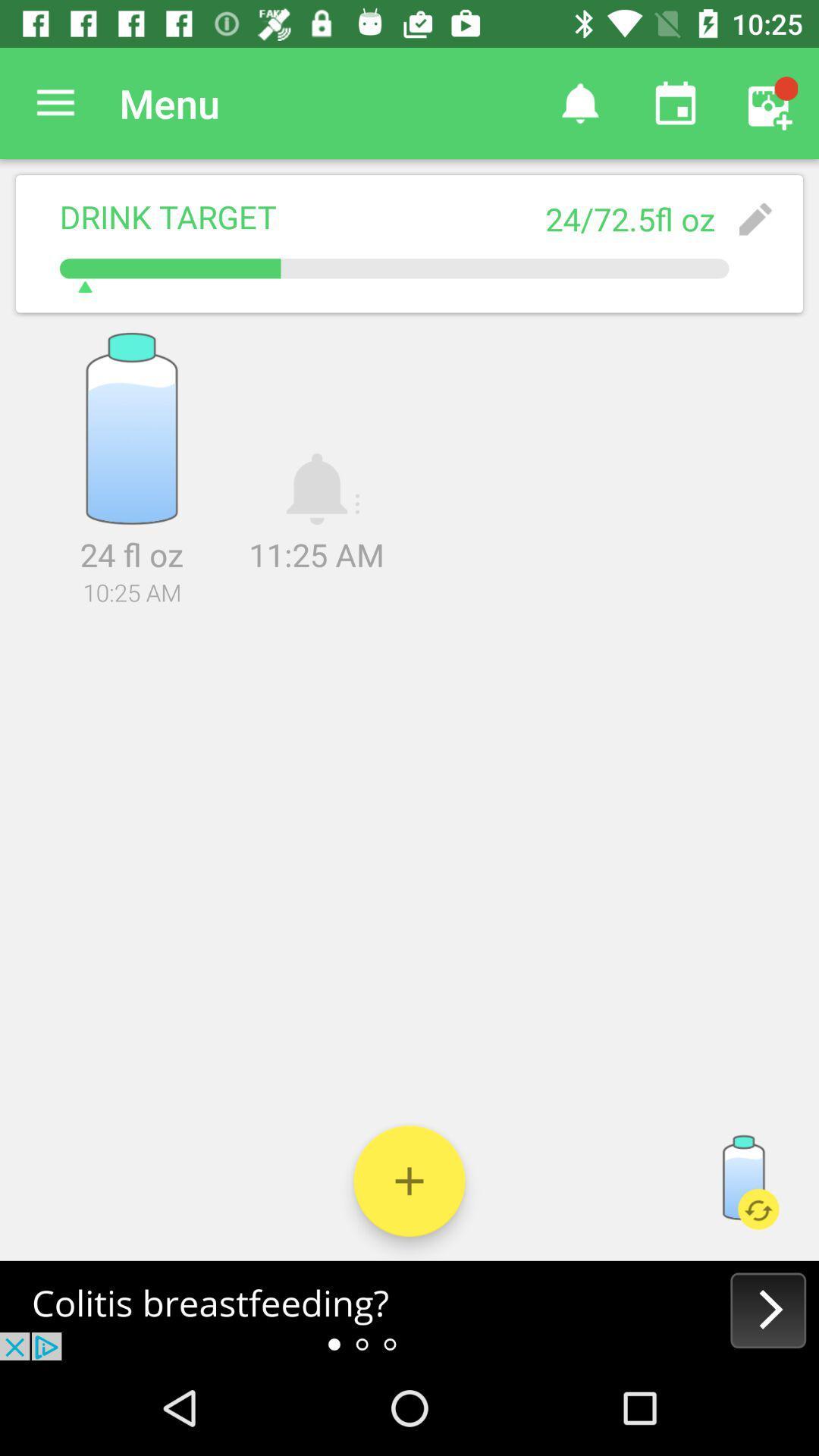  I want to click on select option, so click(409, 1180).